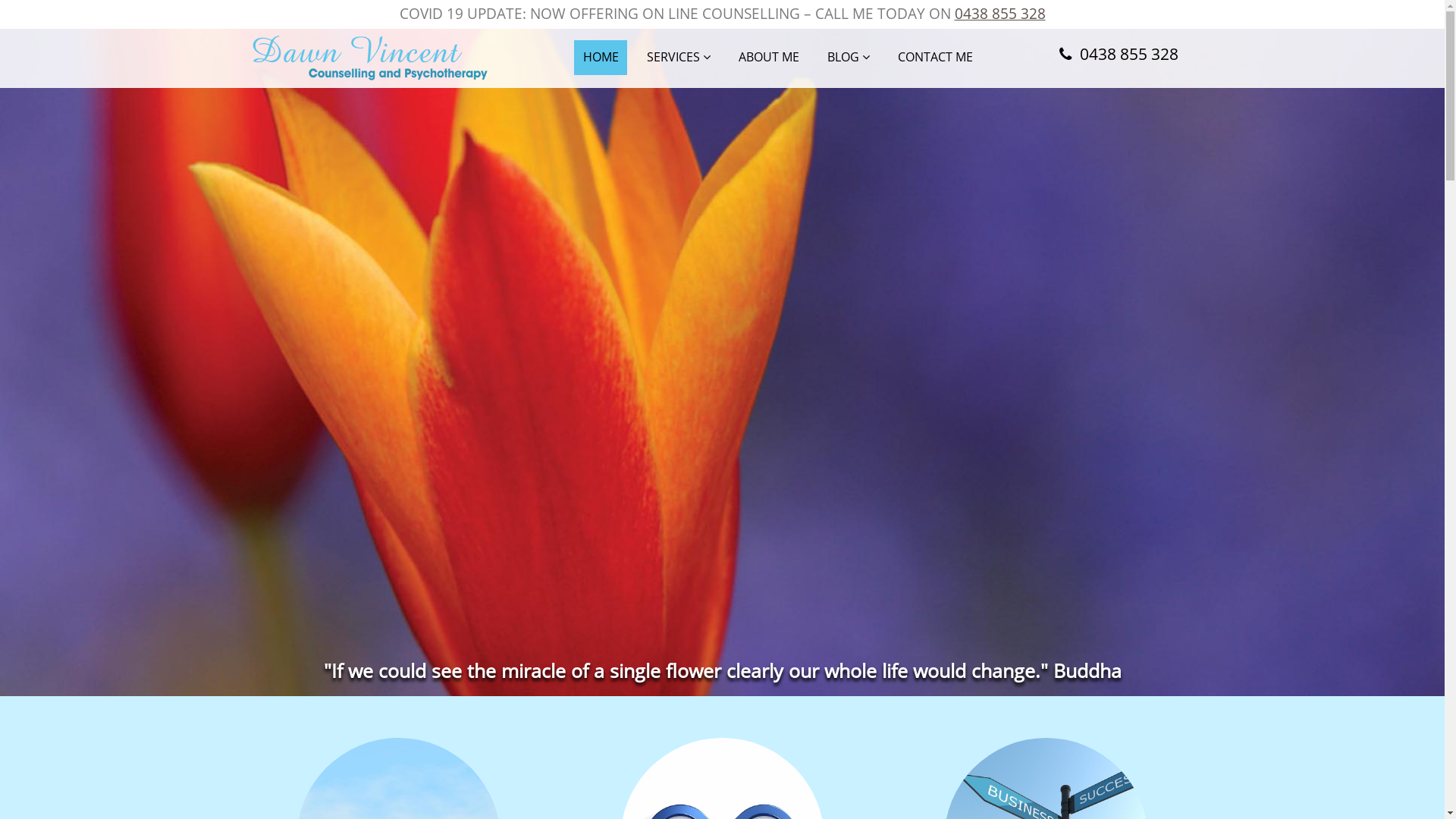 The width and height of the screenshot is (1456, 819). Describe the element at coordinates (769, 57) in the screenshot. I see `'ABOUT ME'` at that location.